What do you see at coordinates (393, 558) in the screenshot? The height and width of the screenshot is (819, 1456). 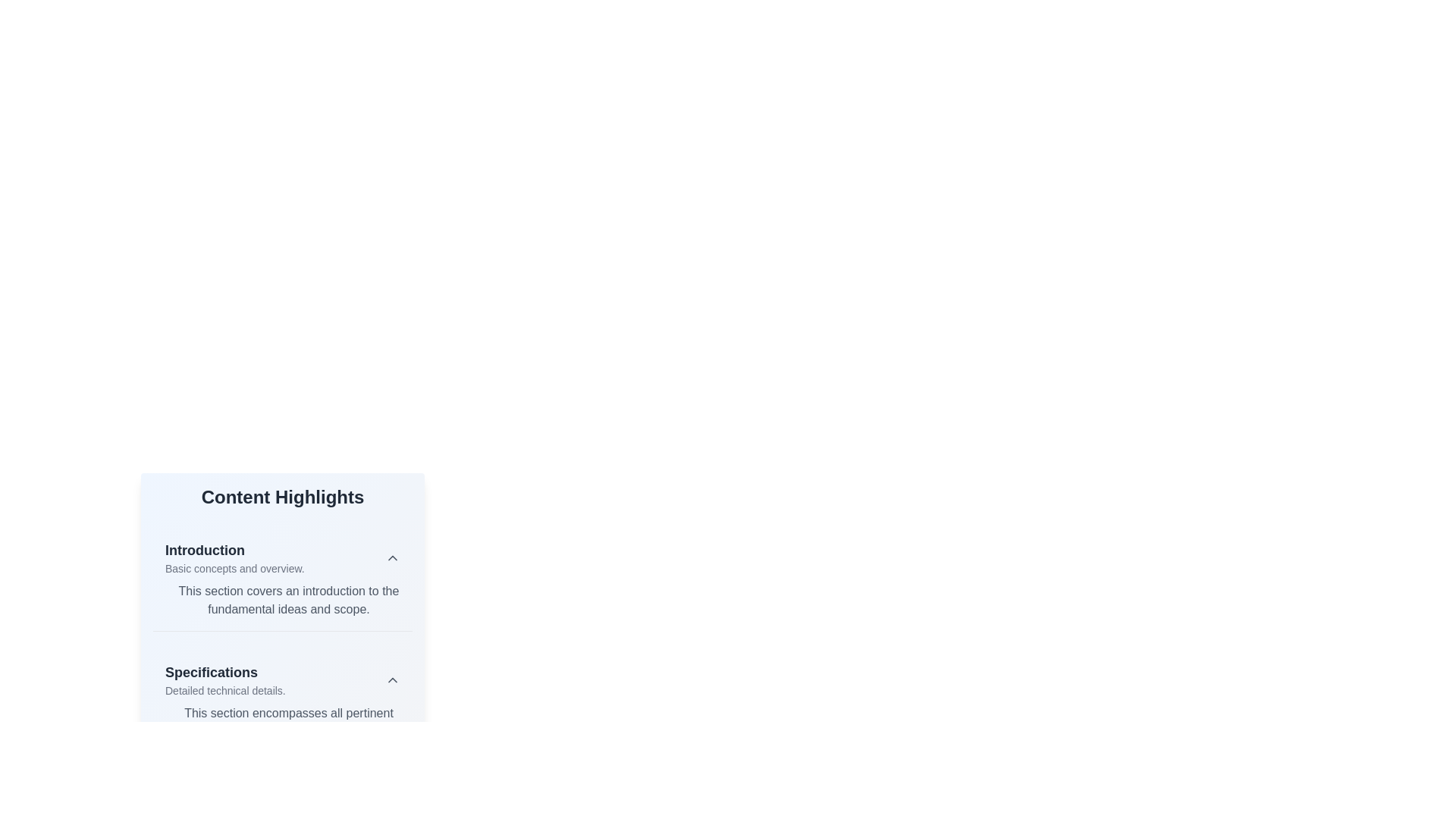 I see `the upward-facing chevron-style icon located in the top-right portion of the 'Introduction' section, next to the text 'Basic concepts and overview'` at bounding box center [393, 558].